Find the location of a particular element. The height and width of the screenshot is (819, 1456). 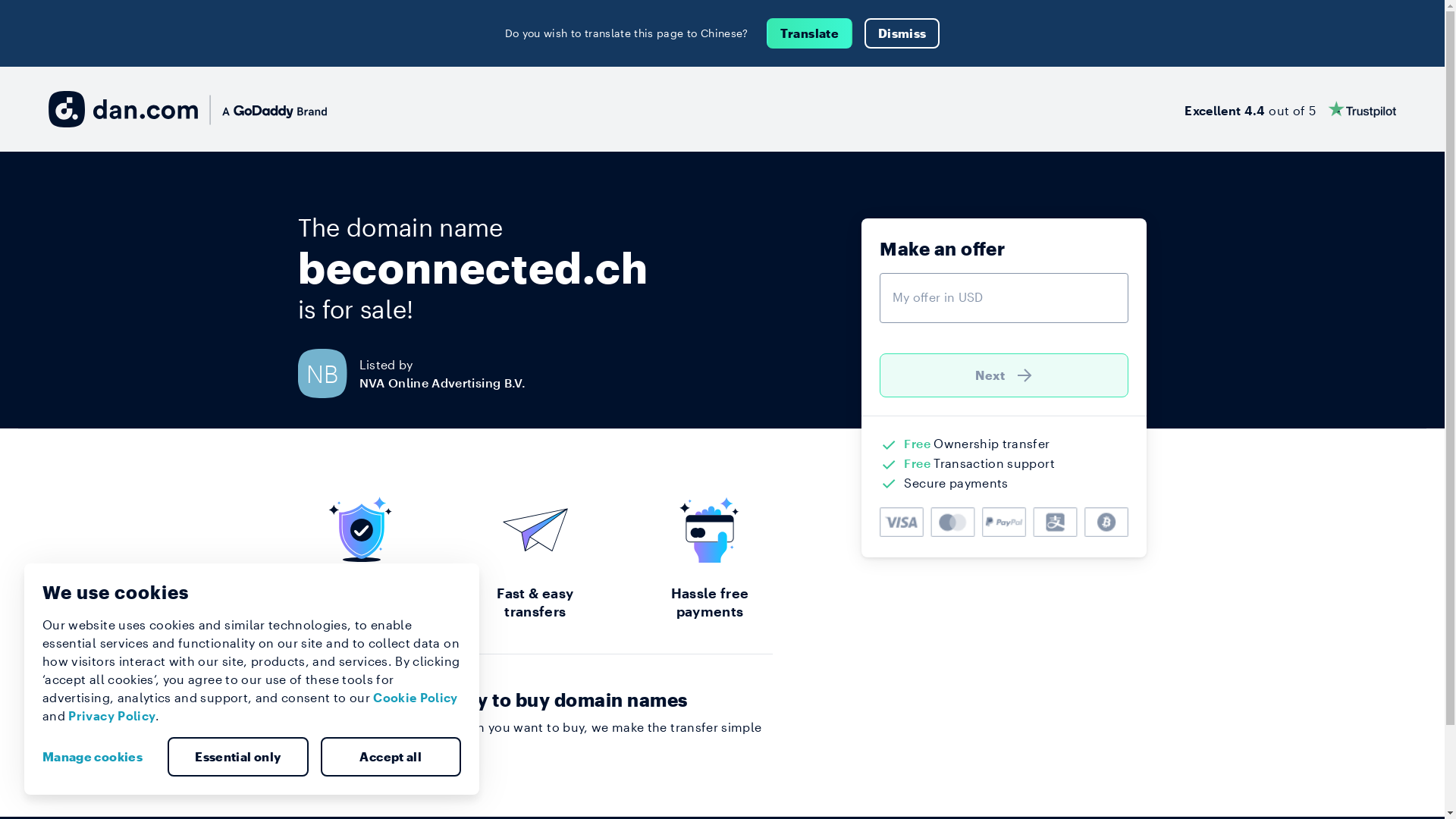

'Translate' is located at coordinates (808, 33).